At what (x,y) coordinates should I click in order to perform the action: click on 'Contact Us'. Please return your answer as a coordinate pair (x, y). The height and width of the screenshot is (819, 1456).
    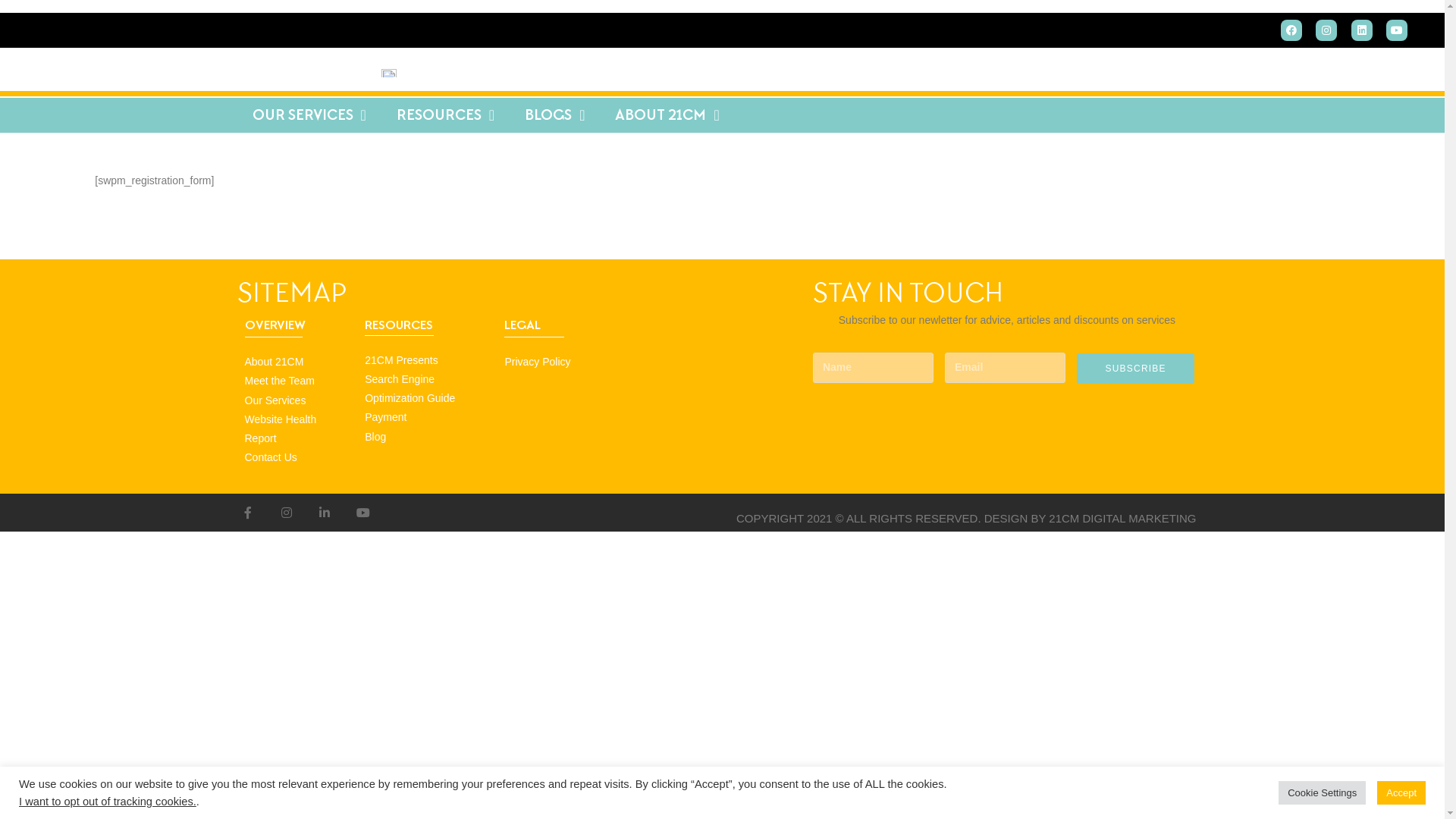
    Looking at the image, I should click on (243, 457).